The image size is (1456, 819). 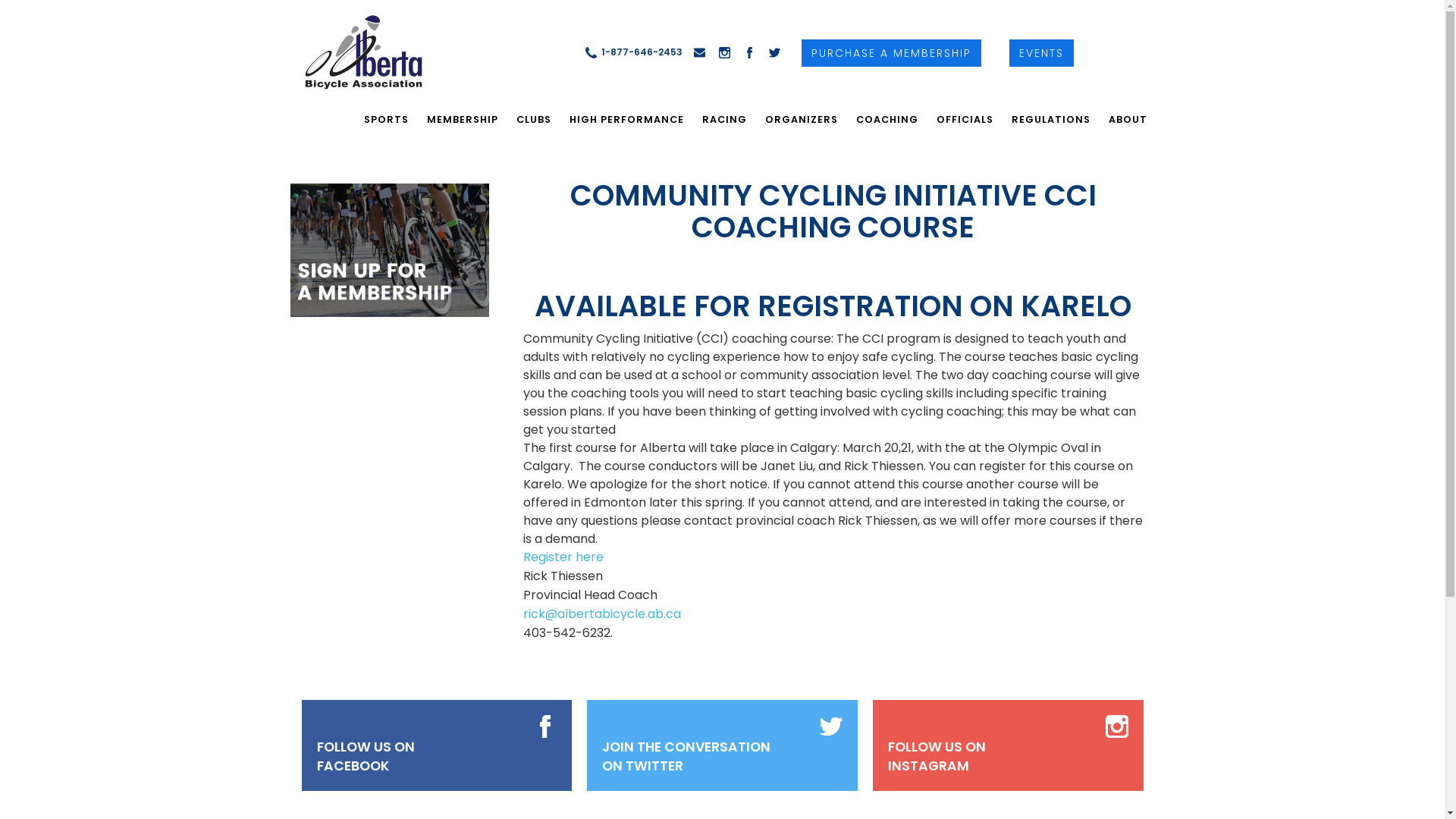 What do you see at coordinates (532, 119) in the screenshot?
I see `'CLUBS'` at bounding box center [532, 119].